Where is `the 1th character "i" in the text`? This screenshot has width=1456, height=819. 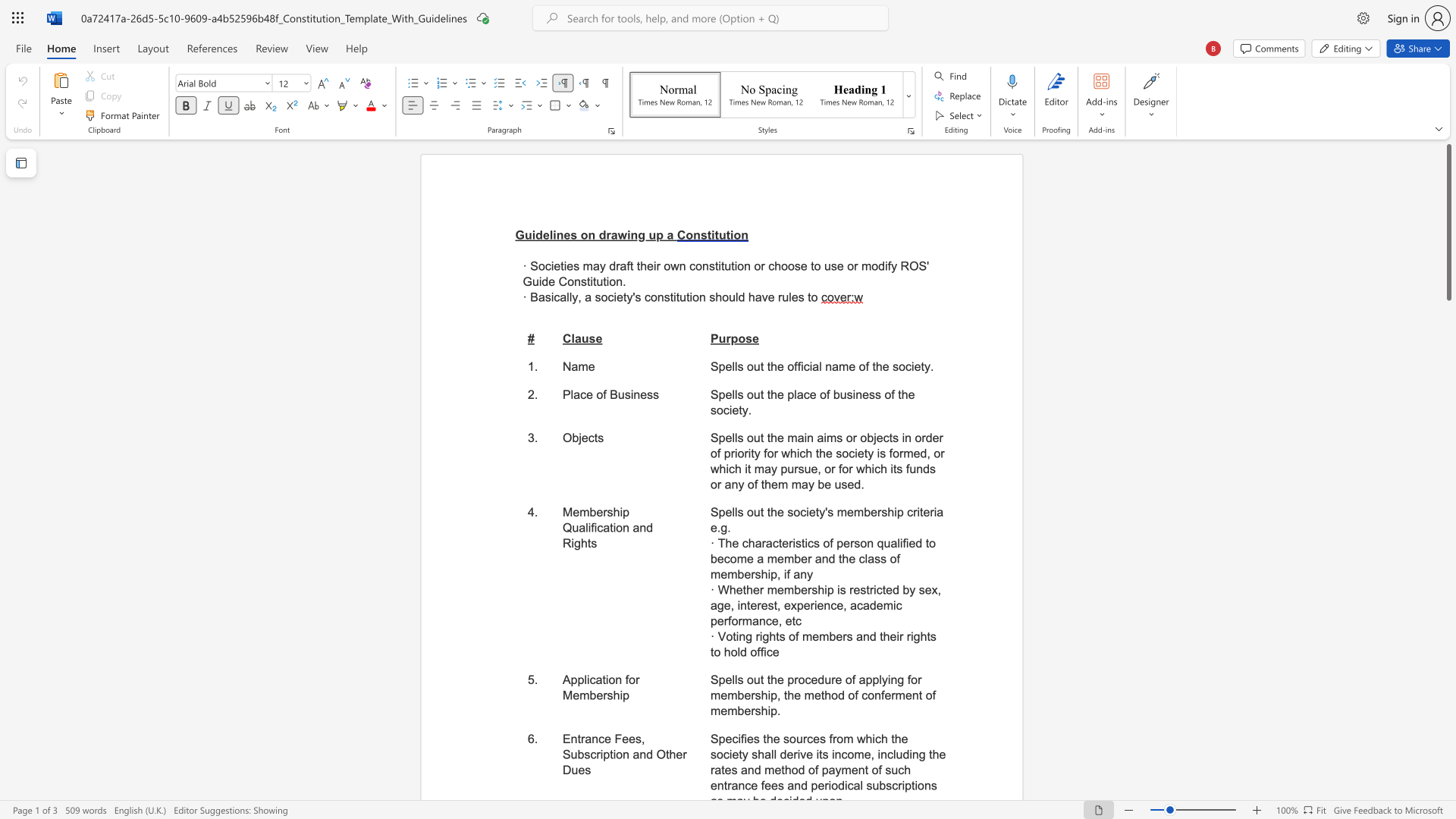 the 1th character "i" in the text is located at coordinates (551, 297).